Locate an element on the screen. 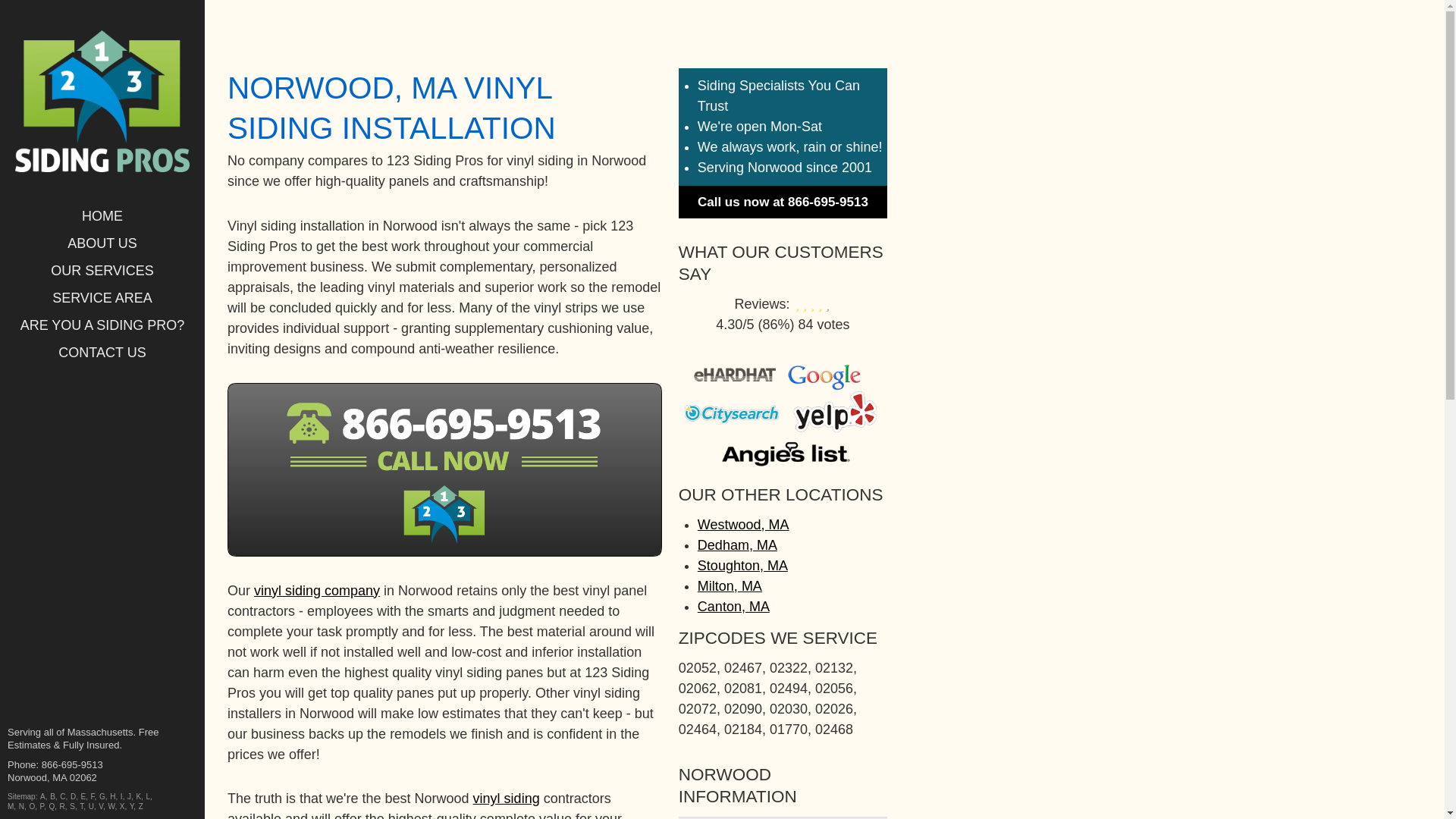  'Sitemap' is located at coordinates (21, 795).